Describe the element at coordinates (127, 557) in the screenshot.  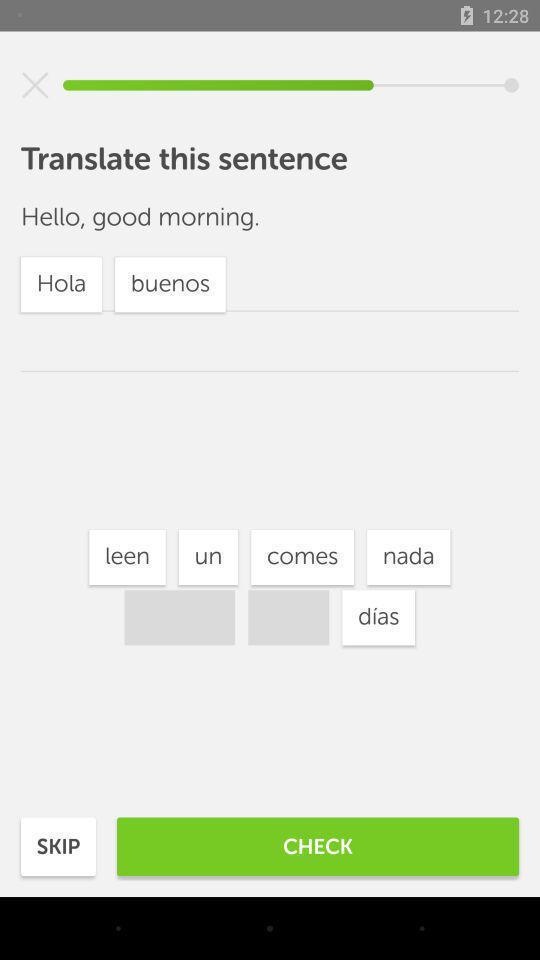
I see `icon next to the un item` at that location.